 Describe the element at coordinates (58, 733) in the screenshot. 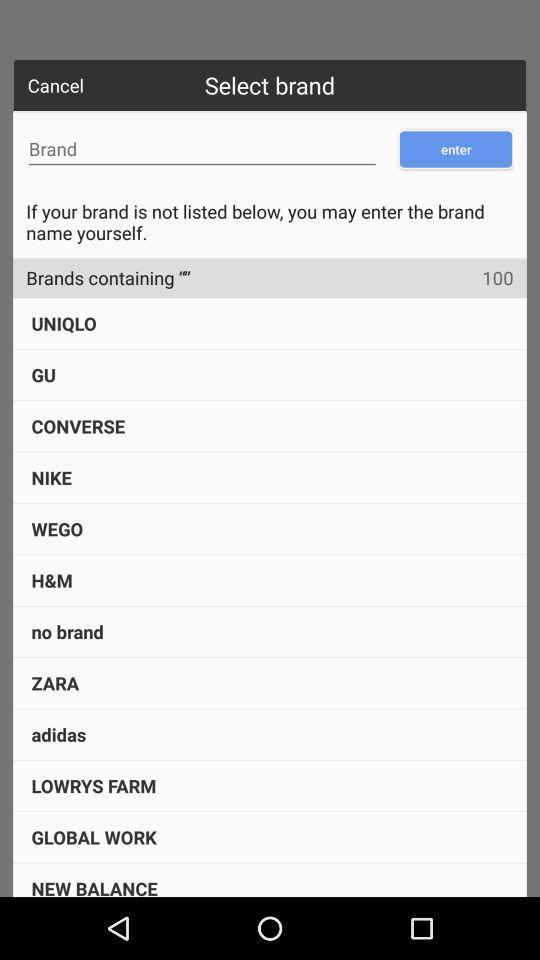

I see `the icon below the zara icon` at that location.